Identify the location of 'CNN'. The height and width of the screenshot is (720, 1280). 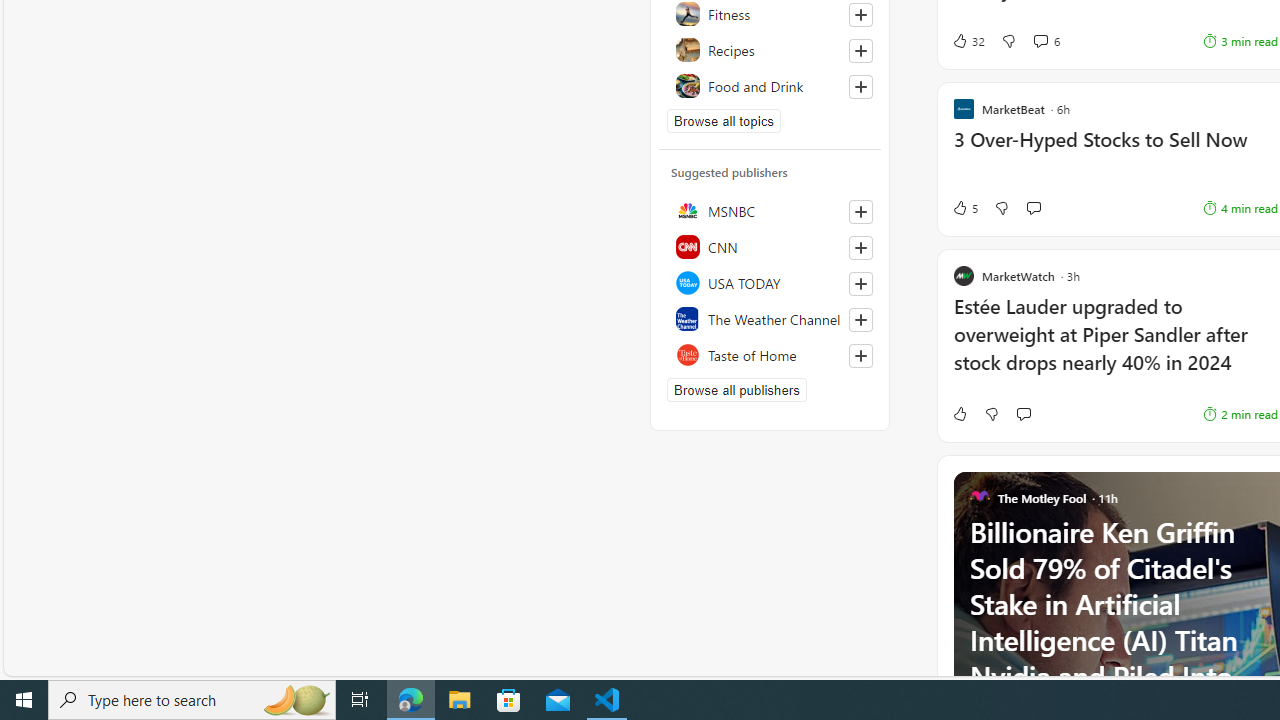
(769, 245).